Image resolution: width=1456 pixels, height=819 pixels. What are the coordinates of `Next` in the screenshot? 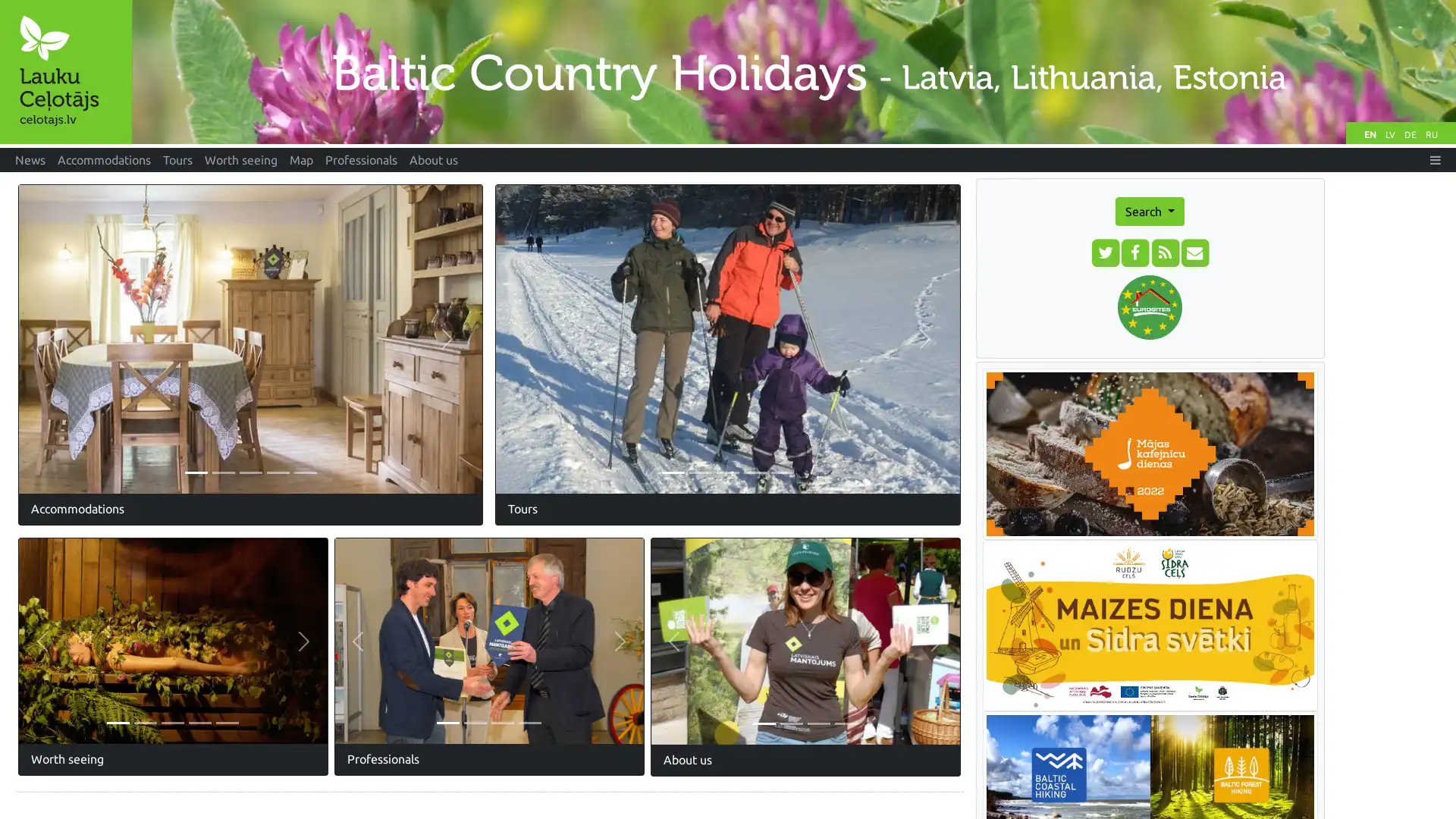 It's located at (447, 337).